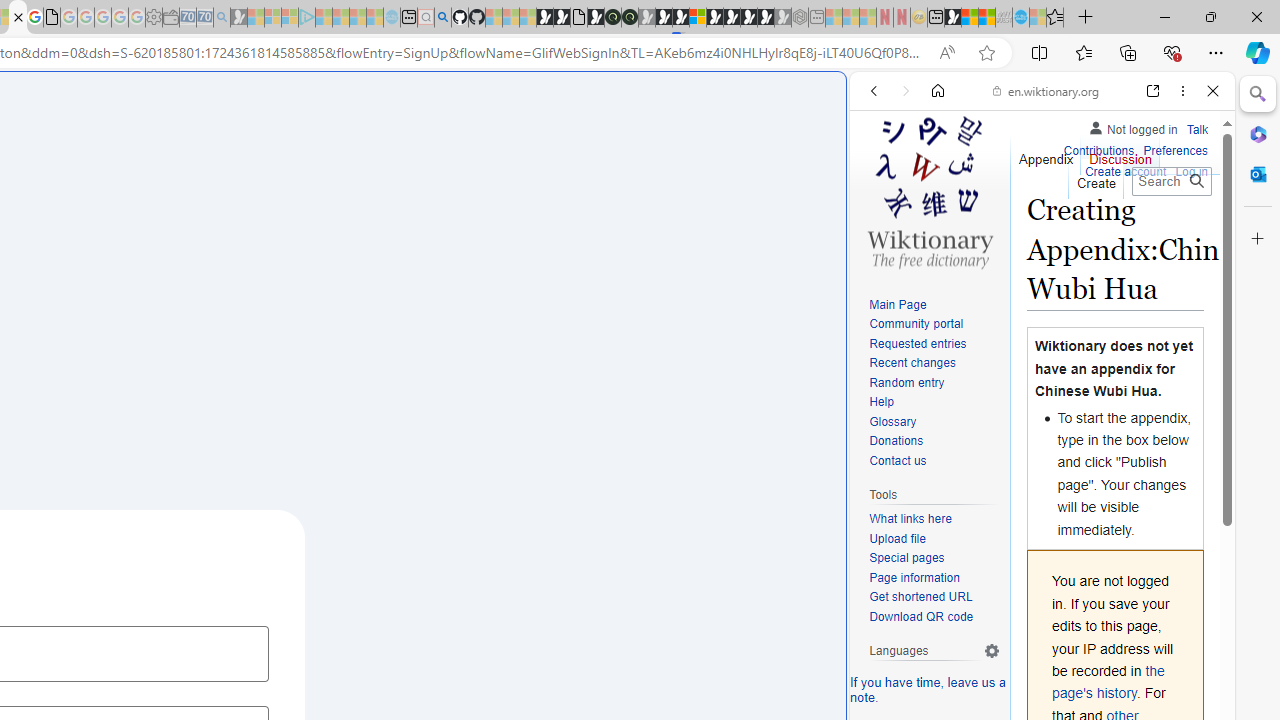 This screenshot has width=1280, height=720. What do you see at coordinates (1197, 129) in the screenshot?
I see `'Talk'` at bounding box center [1197, 129].